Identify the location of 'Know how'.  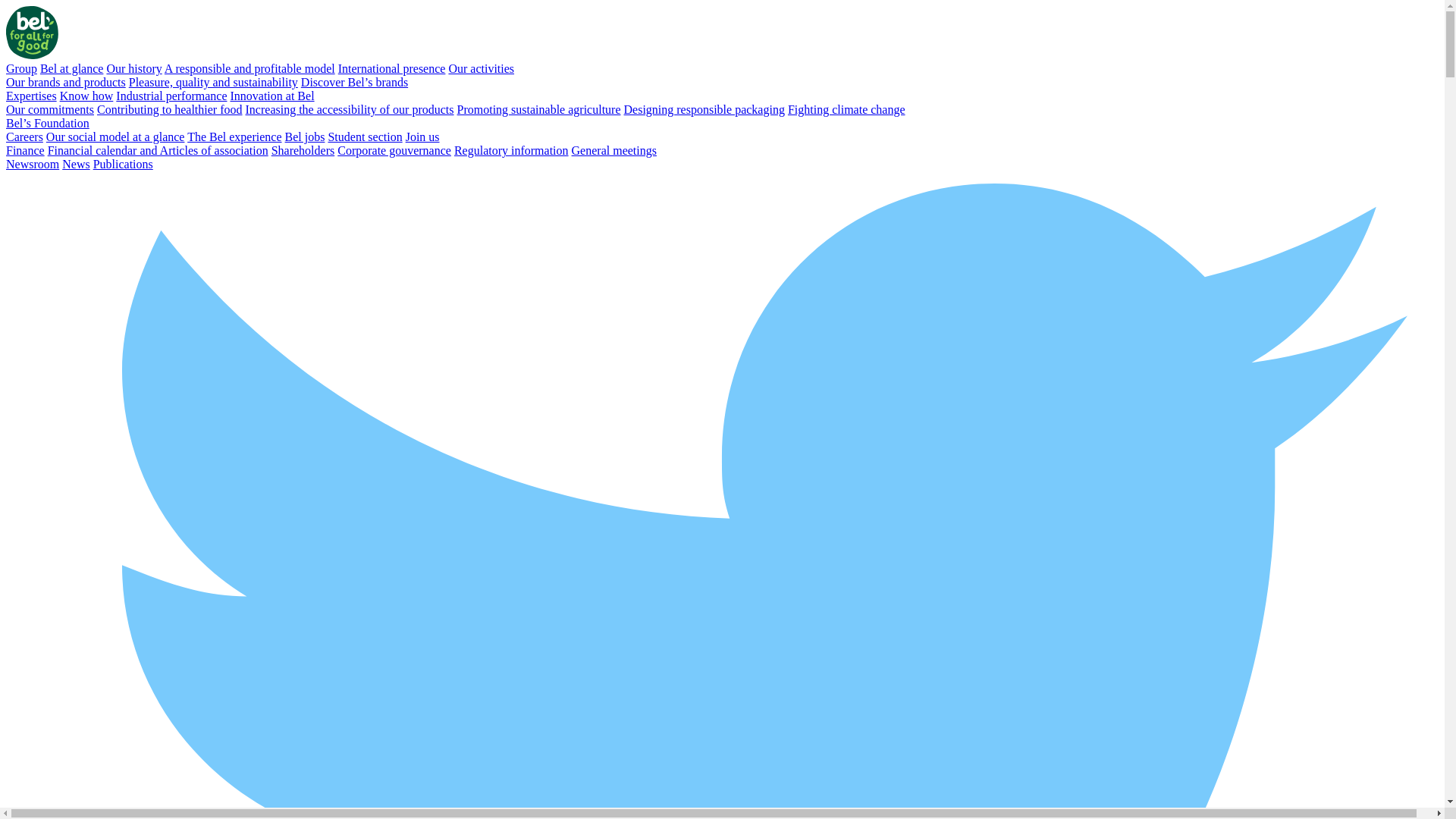
(86, 96).